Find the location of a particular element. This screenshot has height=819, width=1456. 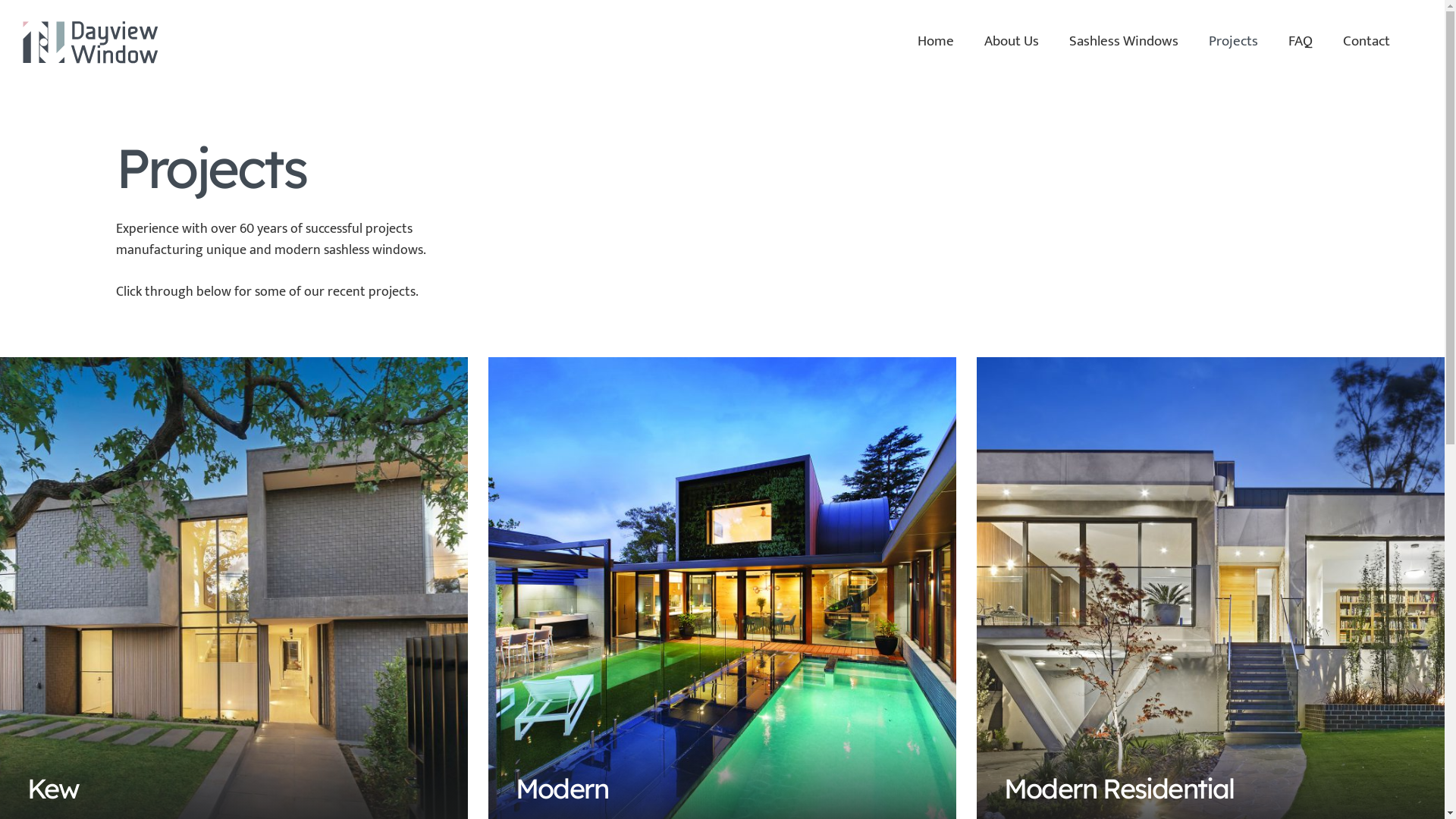

'FAQ' is located at coordinates (1299, 40).